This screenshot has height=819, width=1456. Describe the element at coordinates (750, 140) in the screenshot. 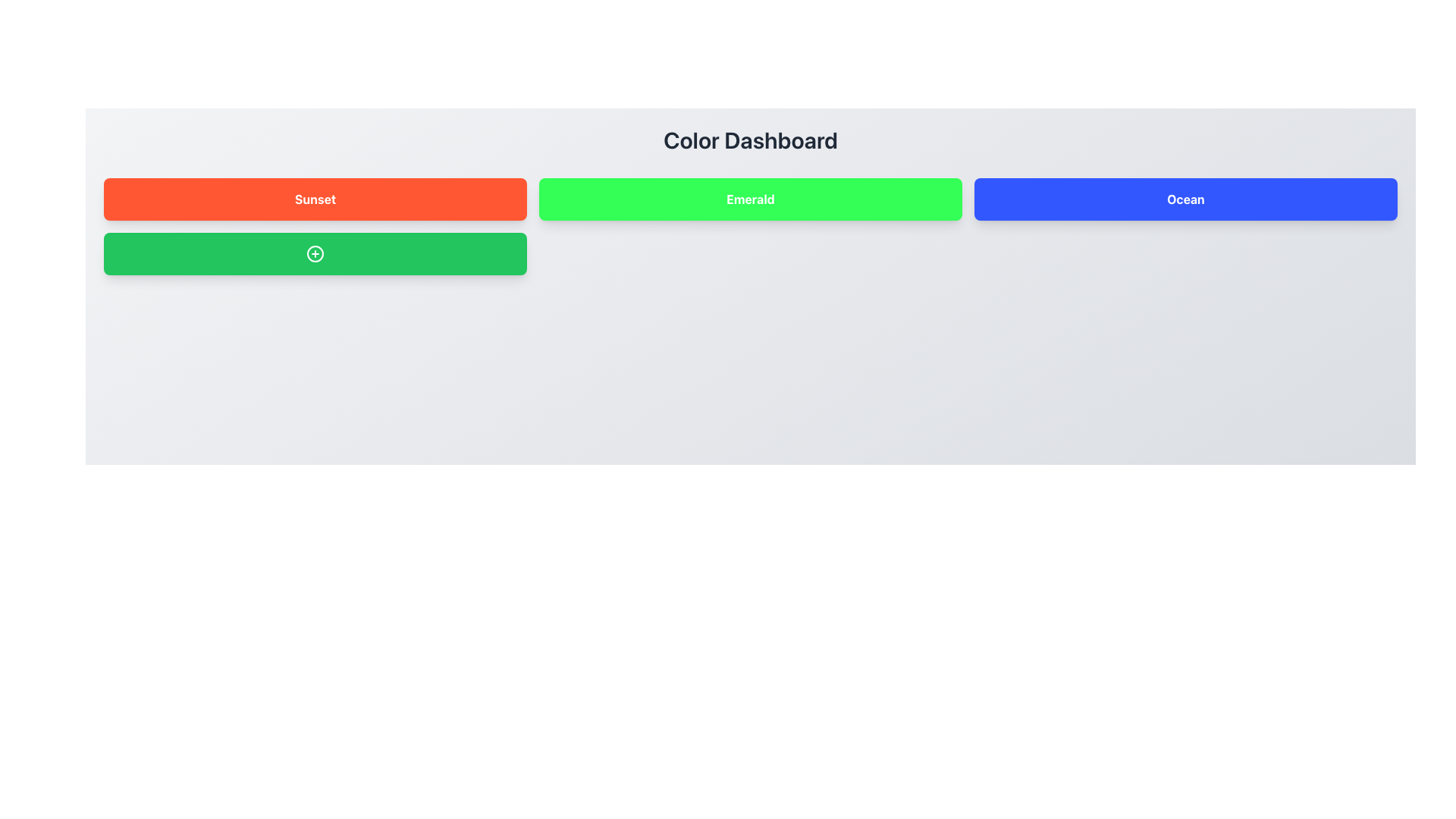

I see `the 'Color Dashboard' text label, which is displayed at the top center of the interface in a bold and large font style` at that location.